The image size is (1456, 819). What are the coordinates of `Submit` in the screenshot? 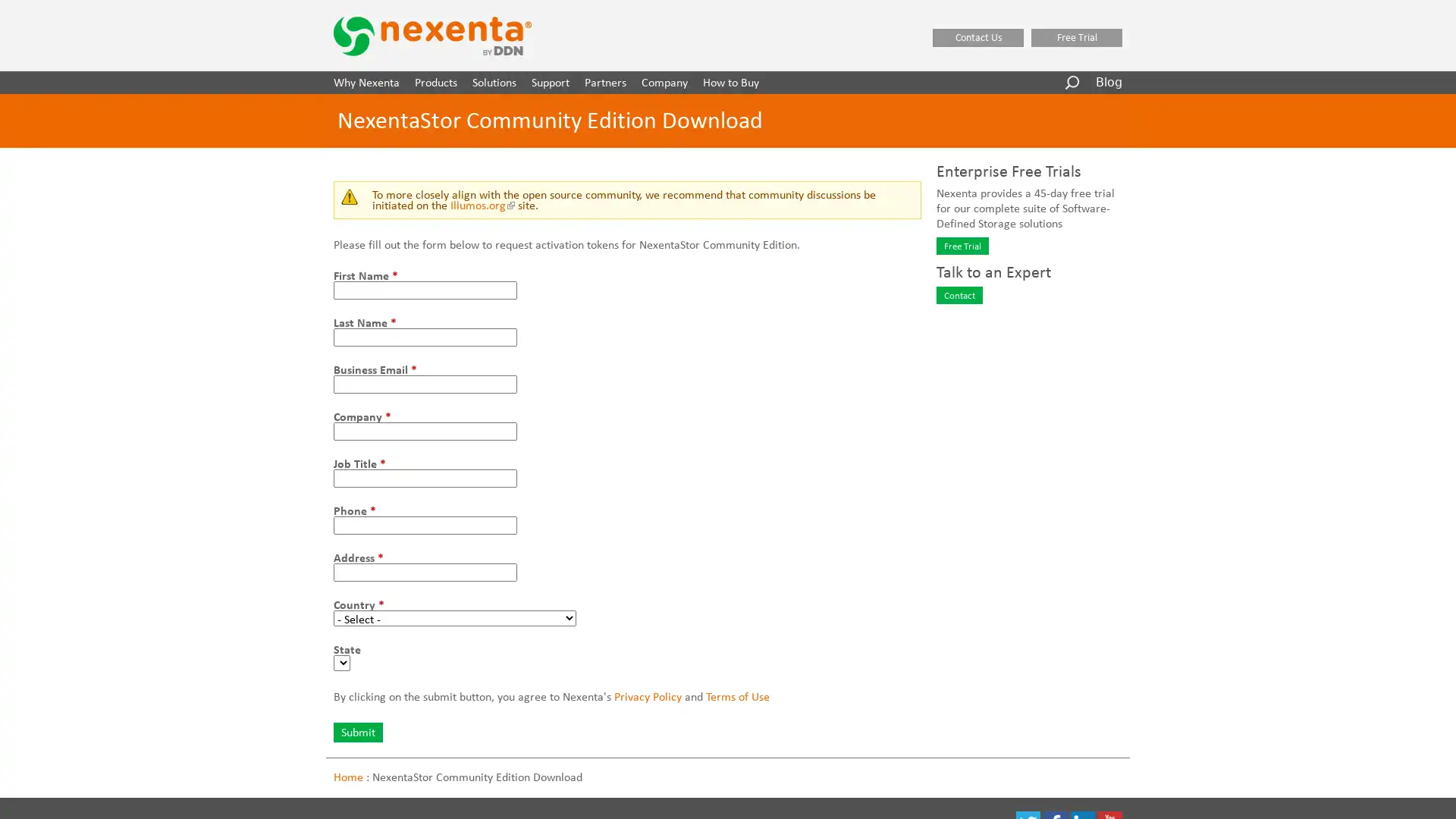 It's located at (357, 731).